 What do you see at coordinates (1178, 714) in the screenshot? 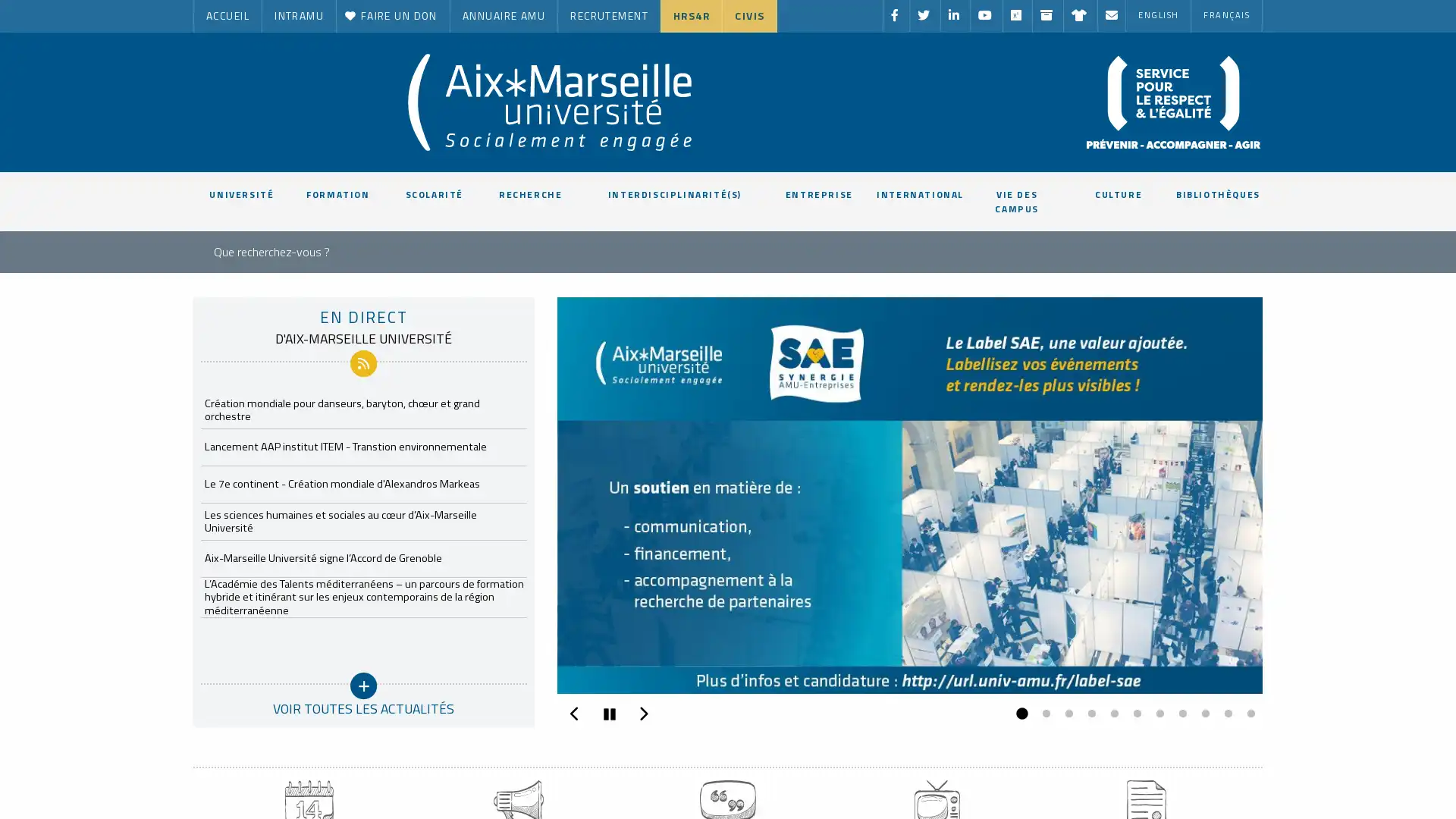
I see `Go to slide 8` at bounding box center [1178, 714].